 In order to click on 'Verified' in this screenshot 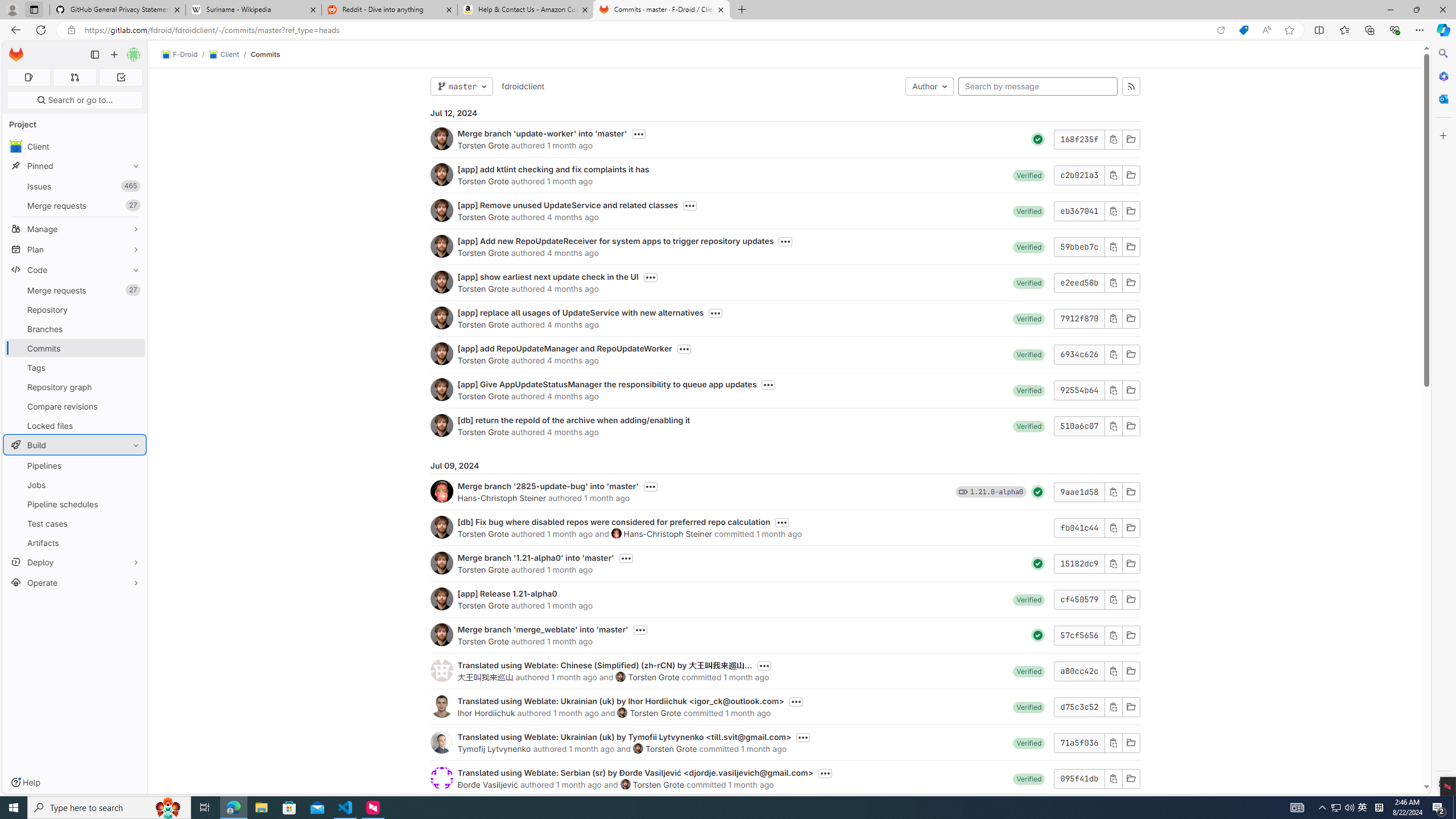, I will do `click(1029, 777)`.